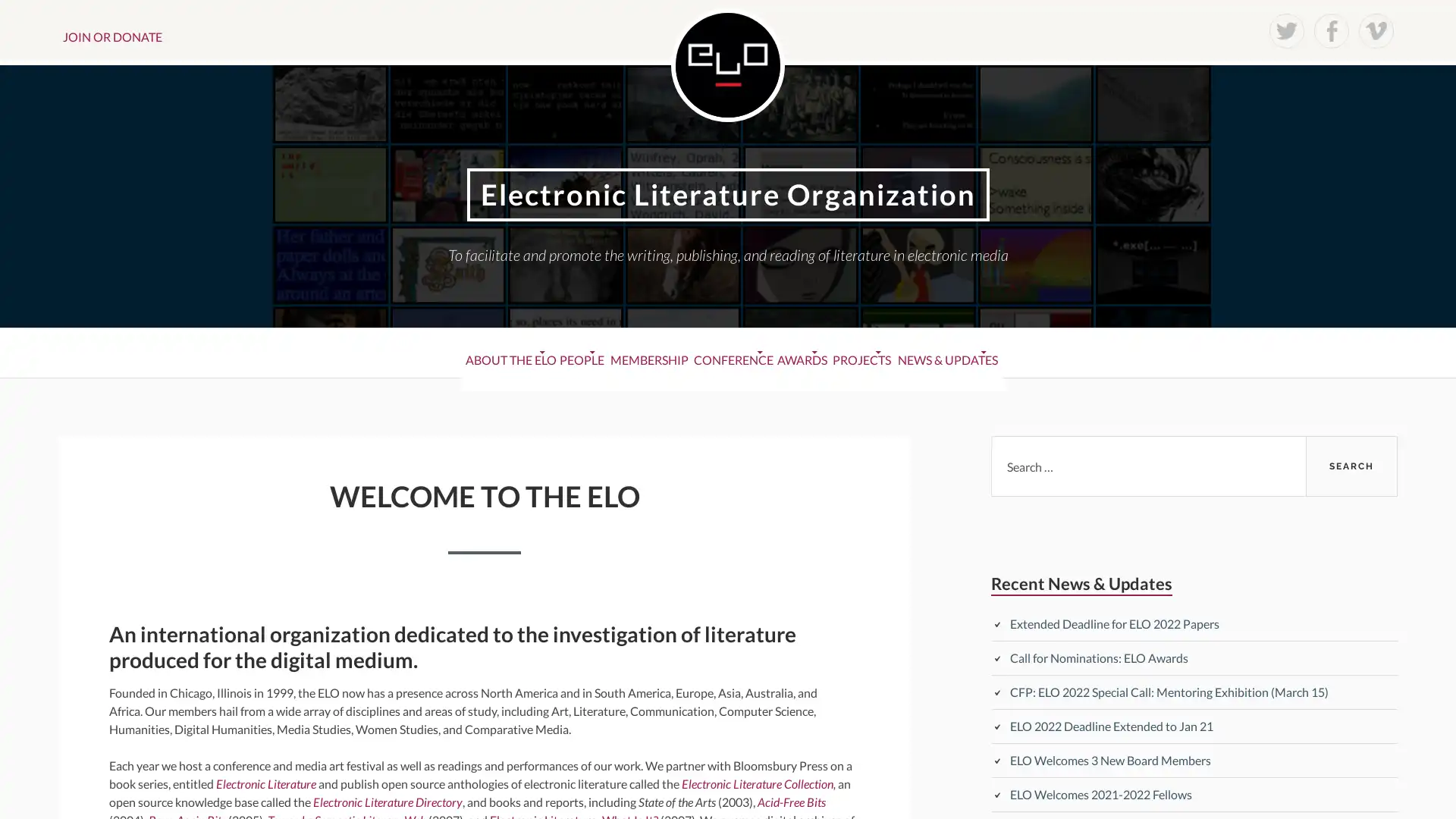 This screenshot has width=1456, height=819. What do you see at coordinates (1351, 465) in the screenshot?
I see `Search` at bounding box center [1351, 465].